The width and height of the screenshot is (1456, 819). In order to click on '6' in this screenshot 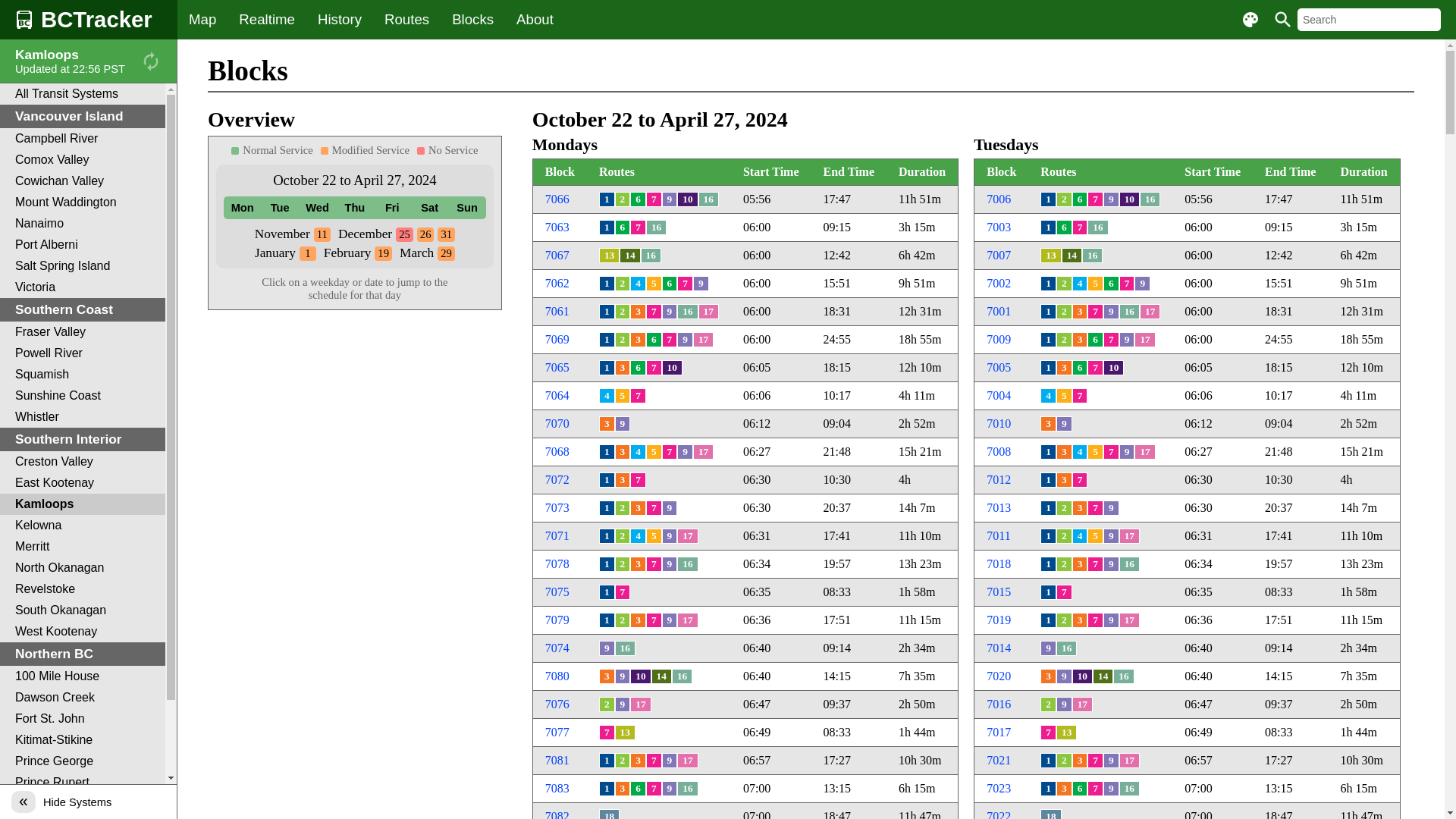, I will do `click(669, 284)`.